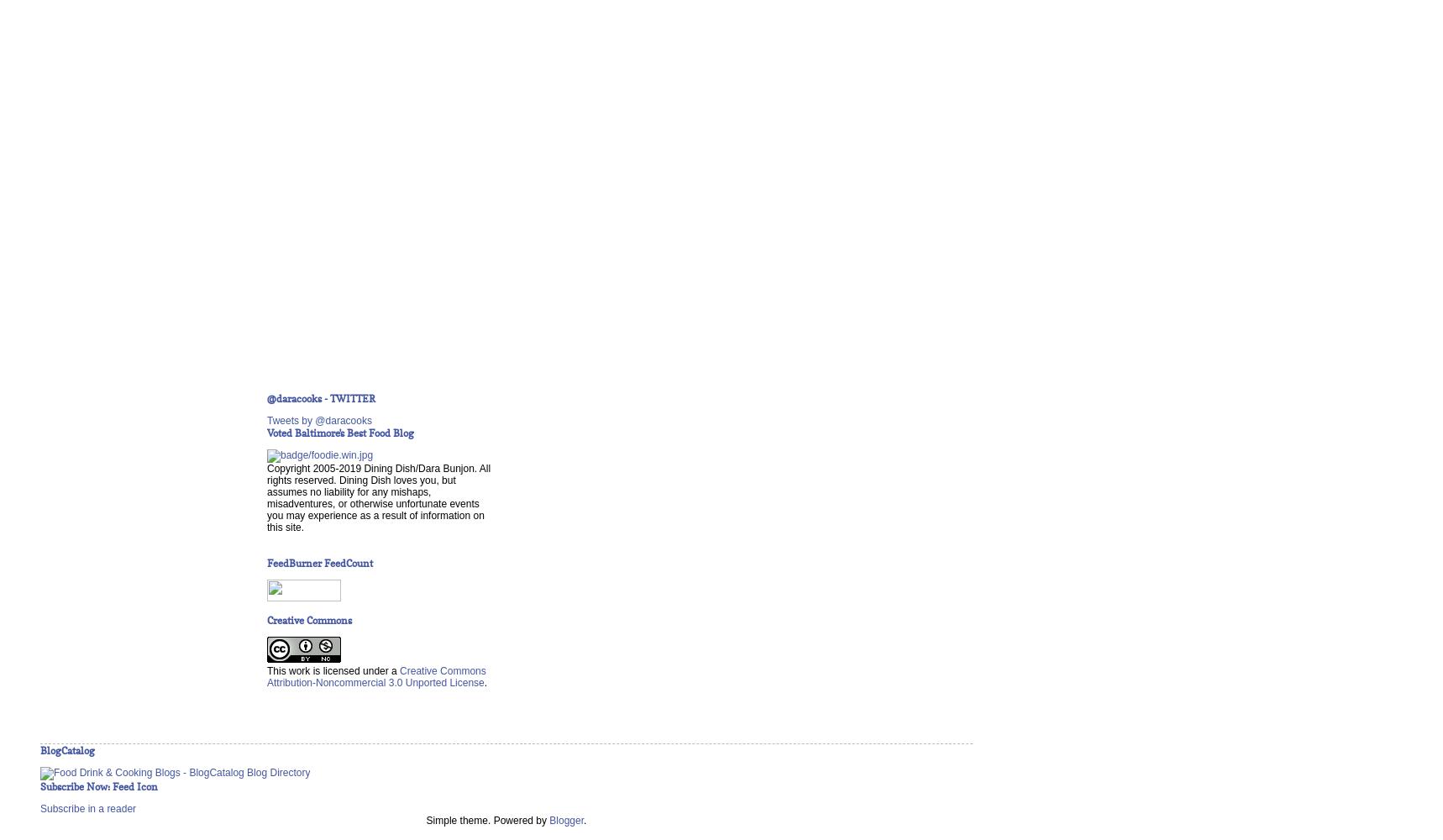 Image resolution: width=1443 pixels, height=840 pixels. I want to click on 'Blogger', so click(549, 820).